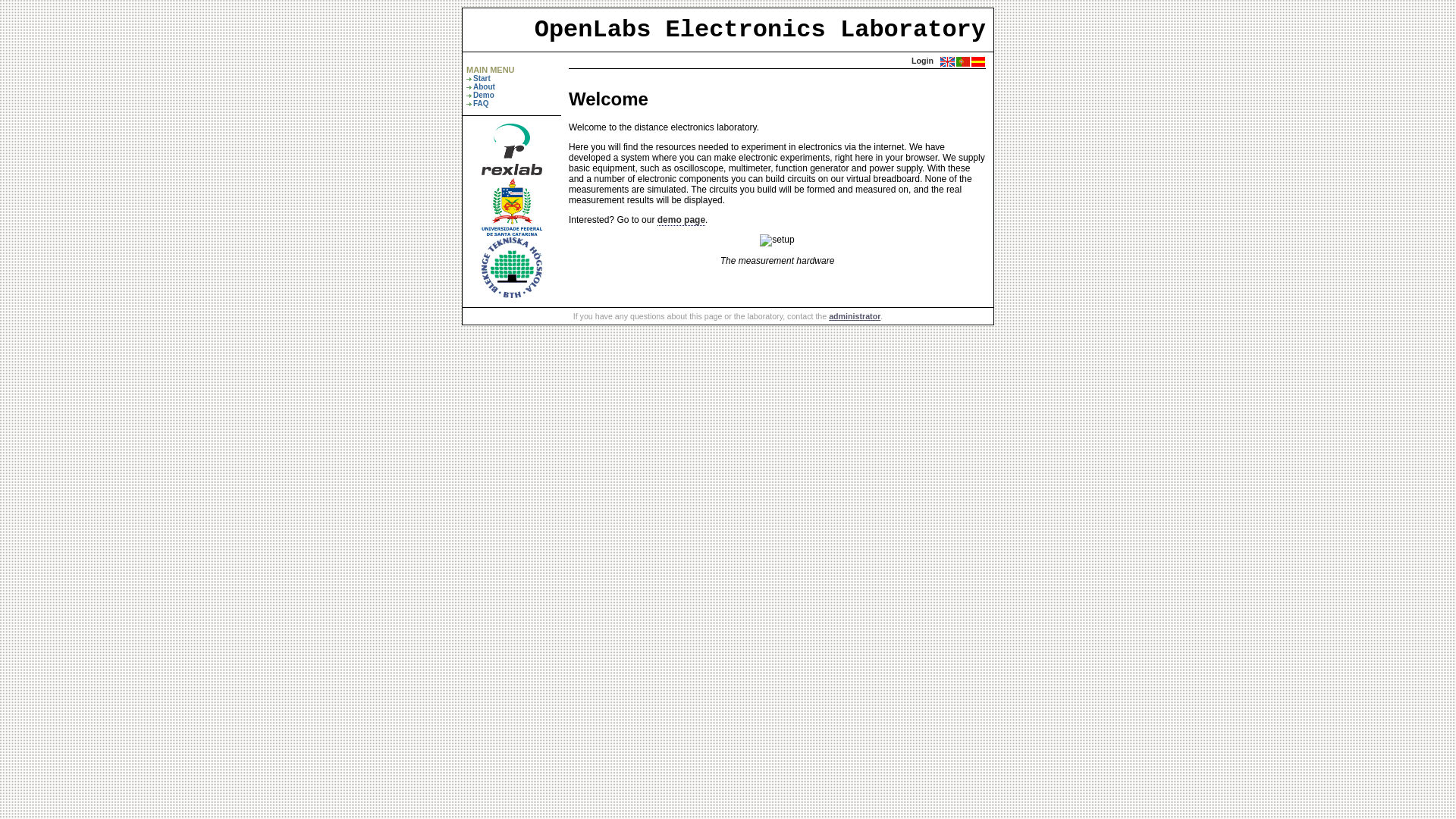 Image resolution: width=1456 pixels, height=819 pixels. Describe the element at coordinates (491, 70) in the screenshot. I see `'MAIN MENU'` at that location.